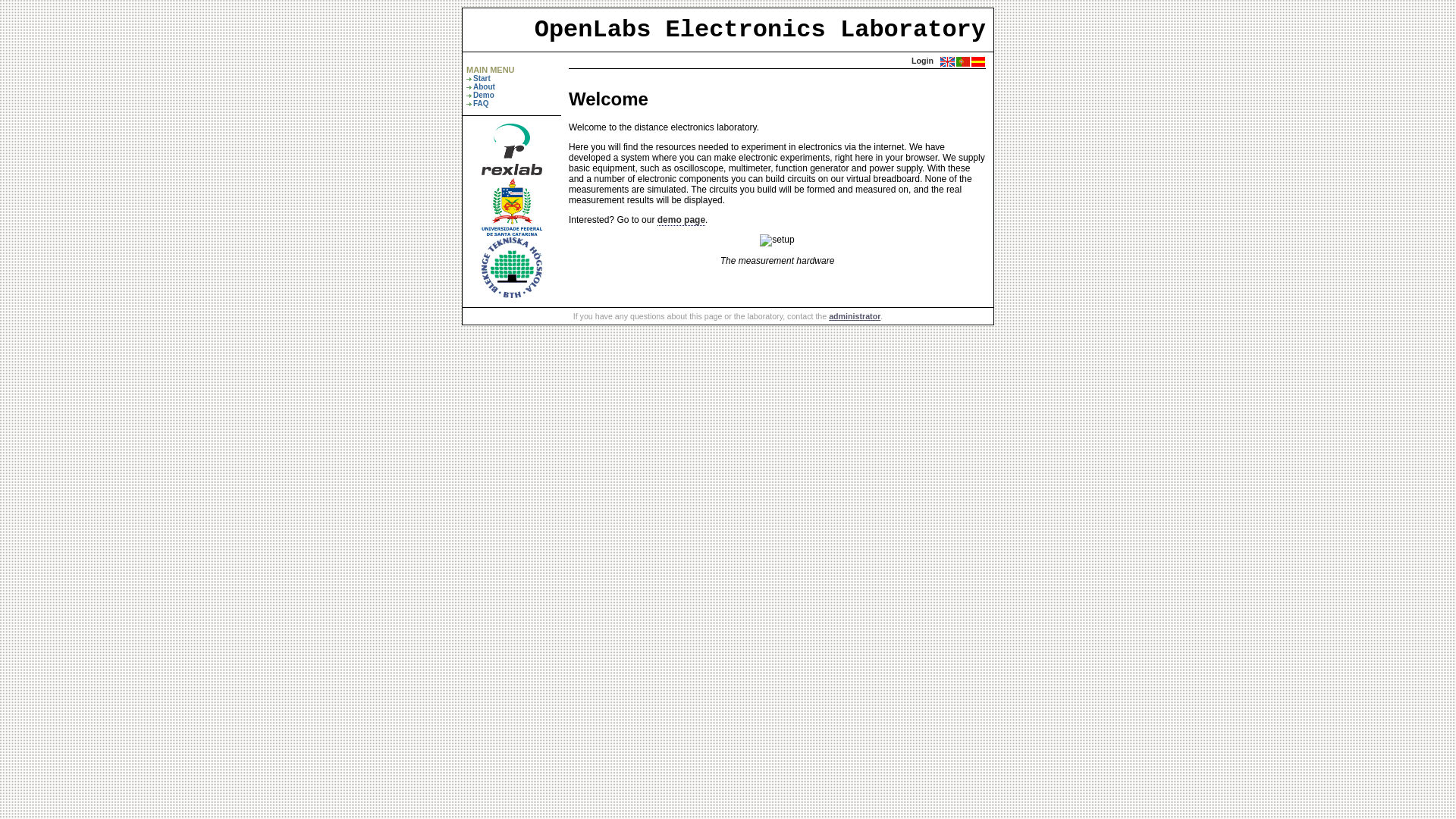 Image resolution: width=1456 pixels, height=819 pixels. Describe the element at coordinates (491, 70) in the screenshot. I see `'MAIN MENU'` at that location.